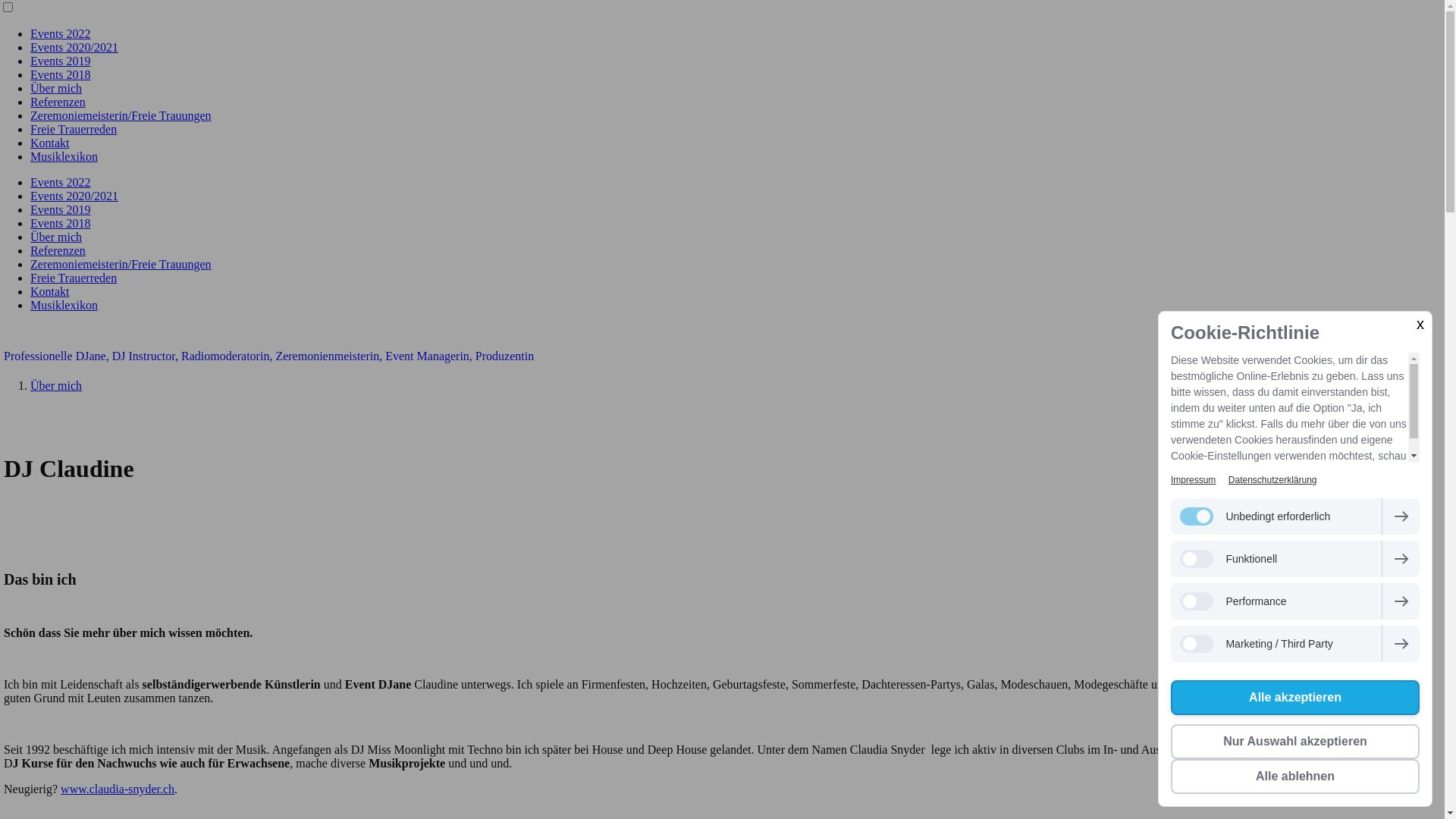 This screenshot has width=1456, height=819. Describe the element at coordinates (30, 291) in the screenshot. I see `'Kontakt'` at that location.